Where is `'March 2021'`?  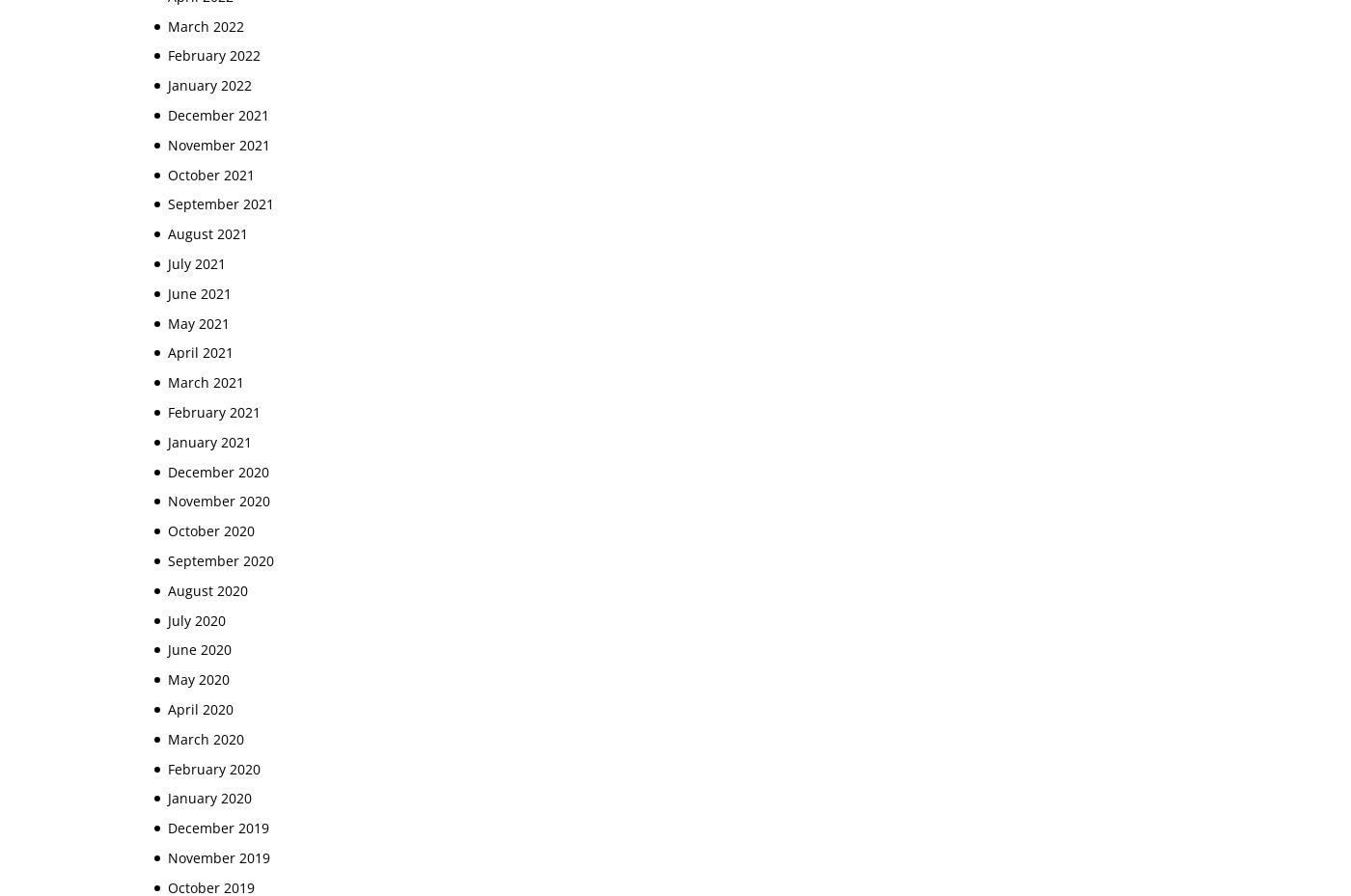
'March 2021' is located at coordinates (206, 381).